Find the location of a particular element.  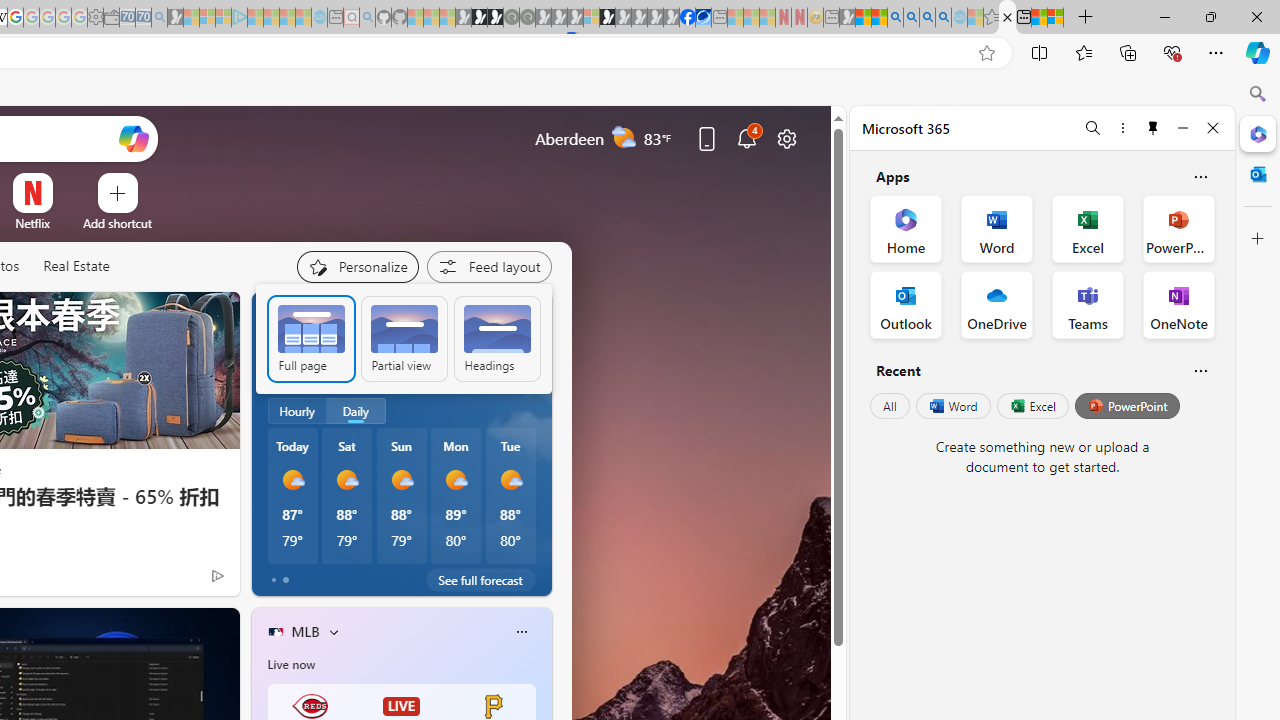

'Real Estate' is located at coordinates (76, 265).